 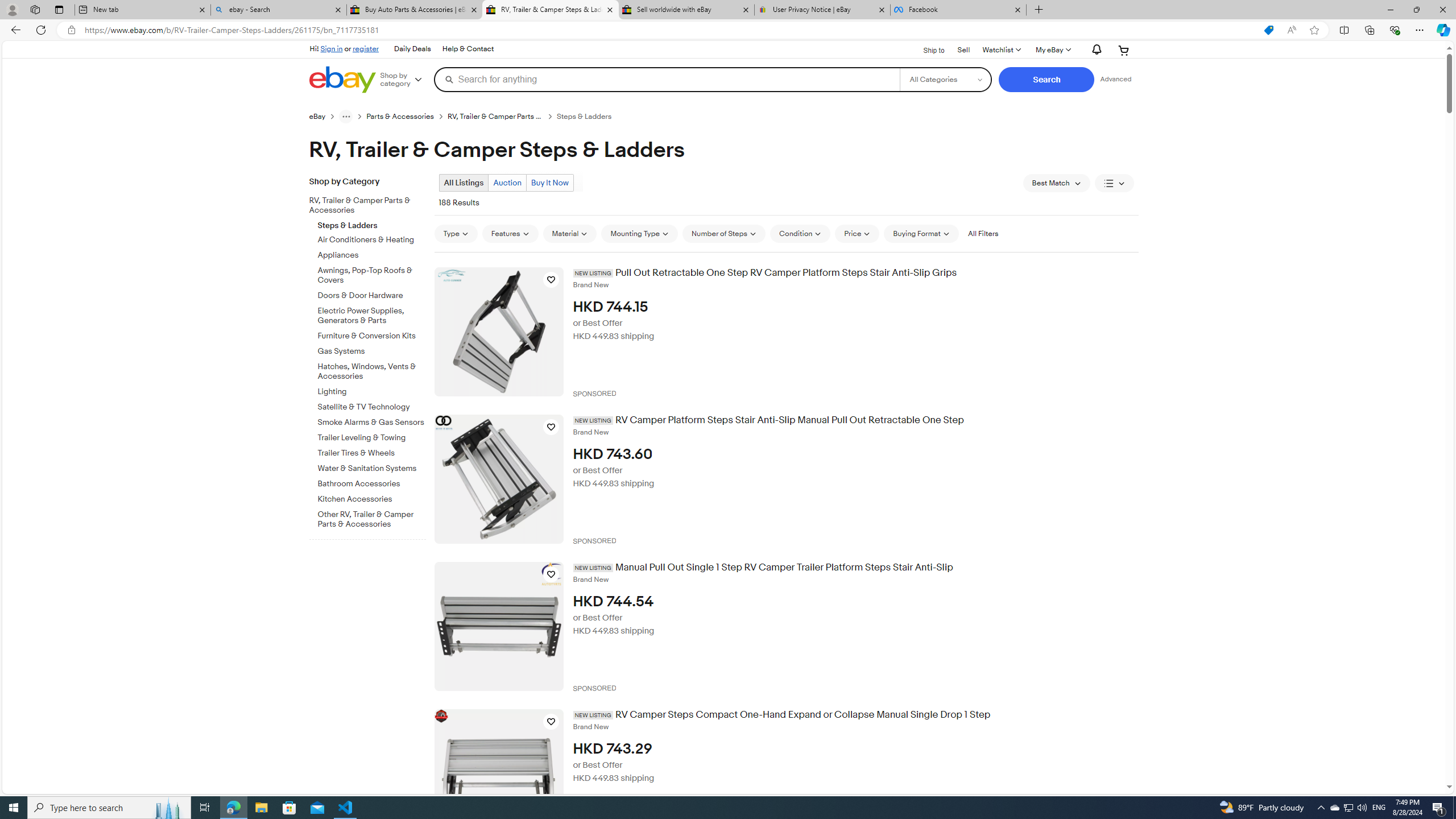 What do you see at coordinates (468, 49) in the screenshot?
I see `'Help & Contact'` at bounding box center [468, 49].